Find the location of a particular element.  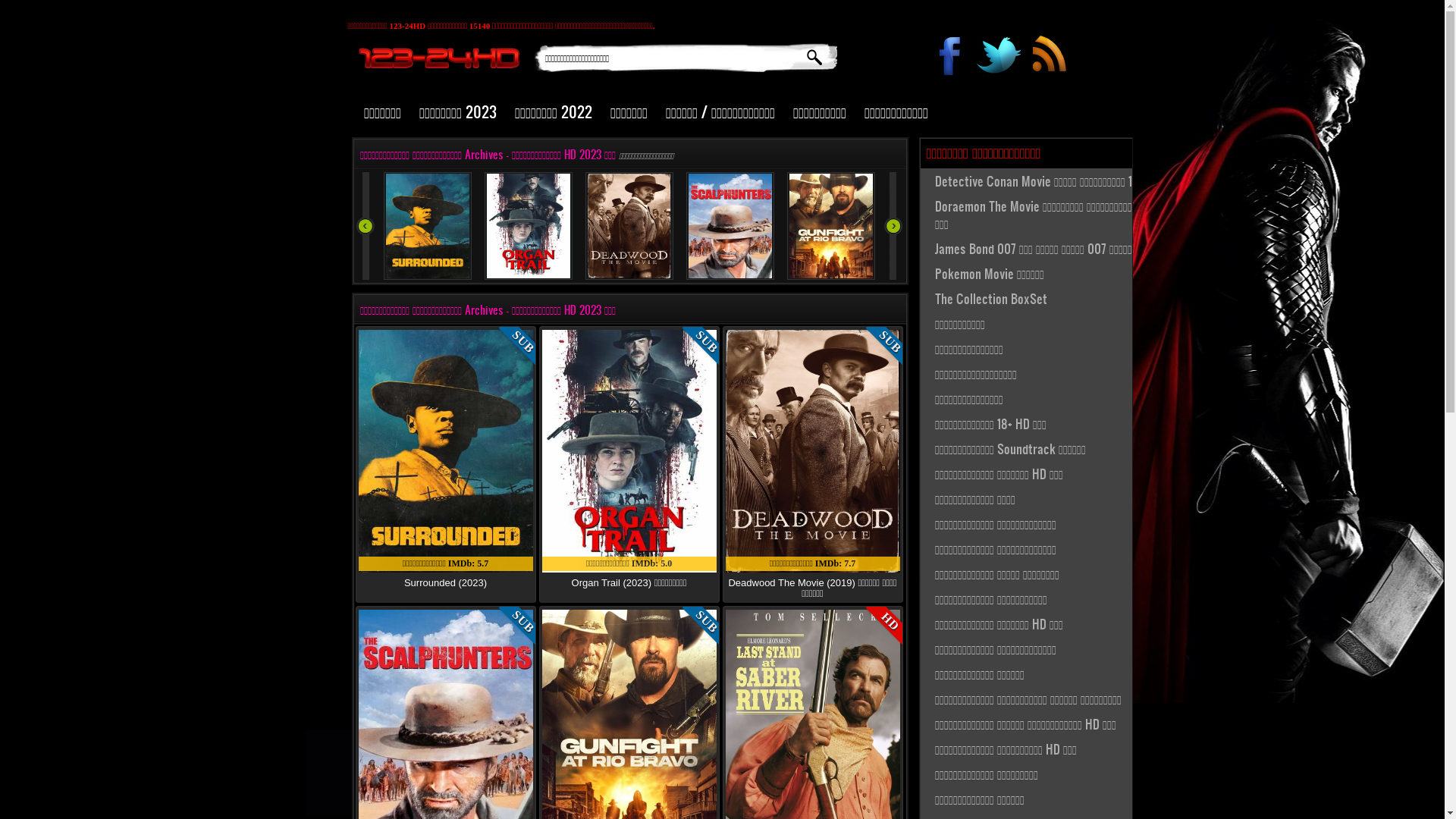

'The Collection BoxSet' is located at coordinates (920, 298).